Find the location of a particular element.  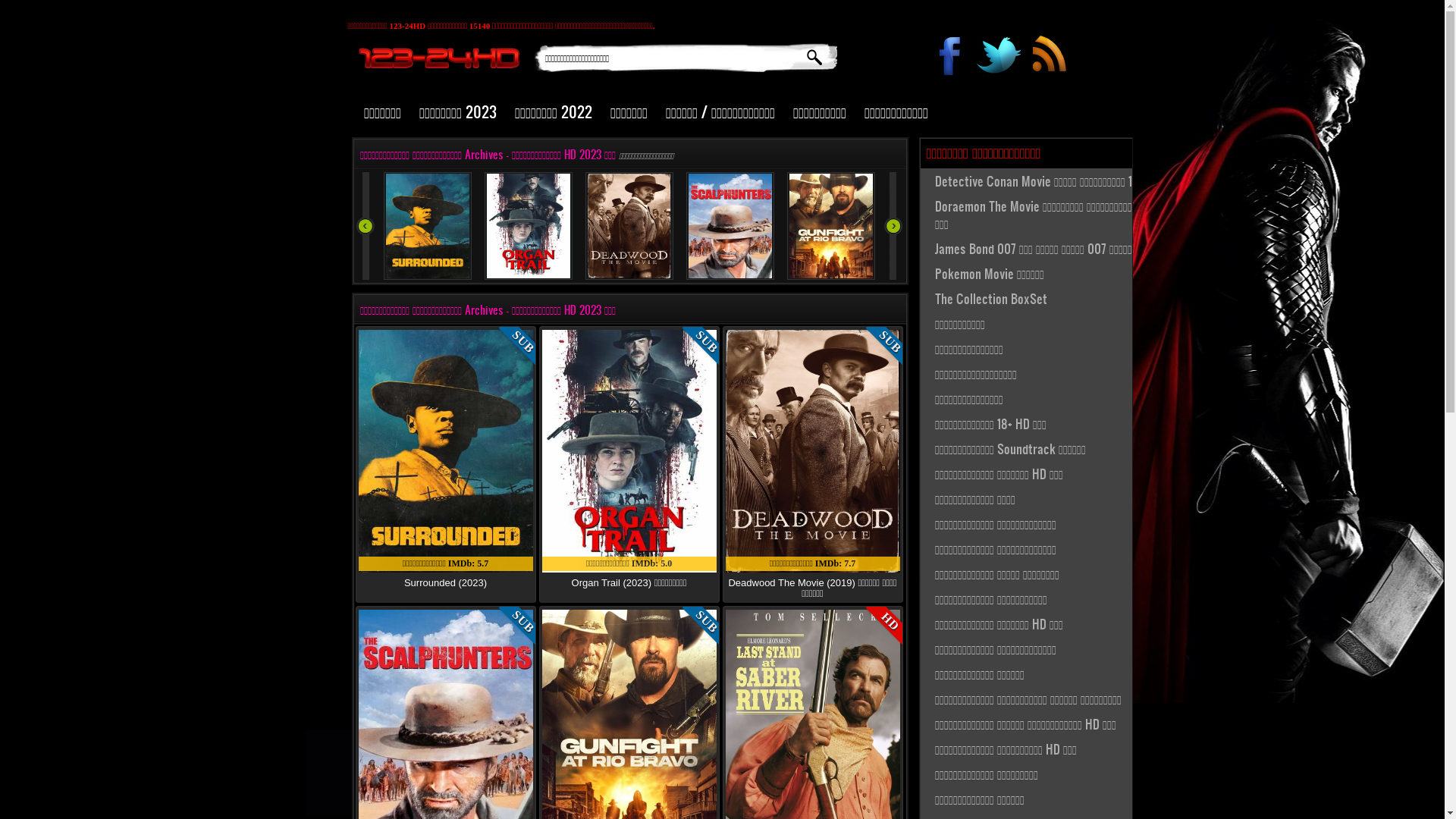

'The Collection BoxSet' is located at coordinates (920, 298).